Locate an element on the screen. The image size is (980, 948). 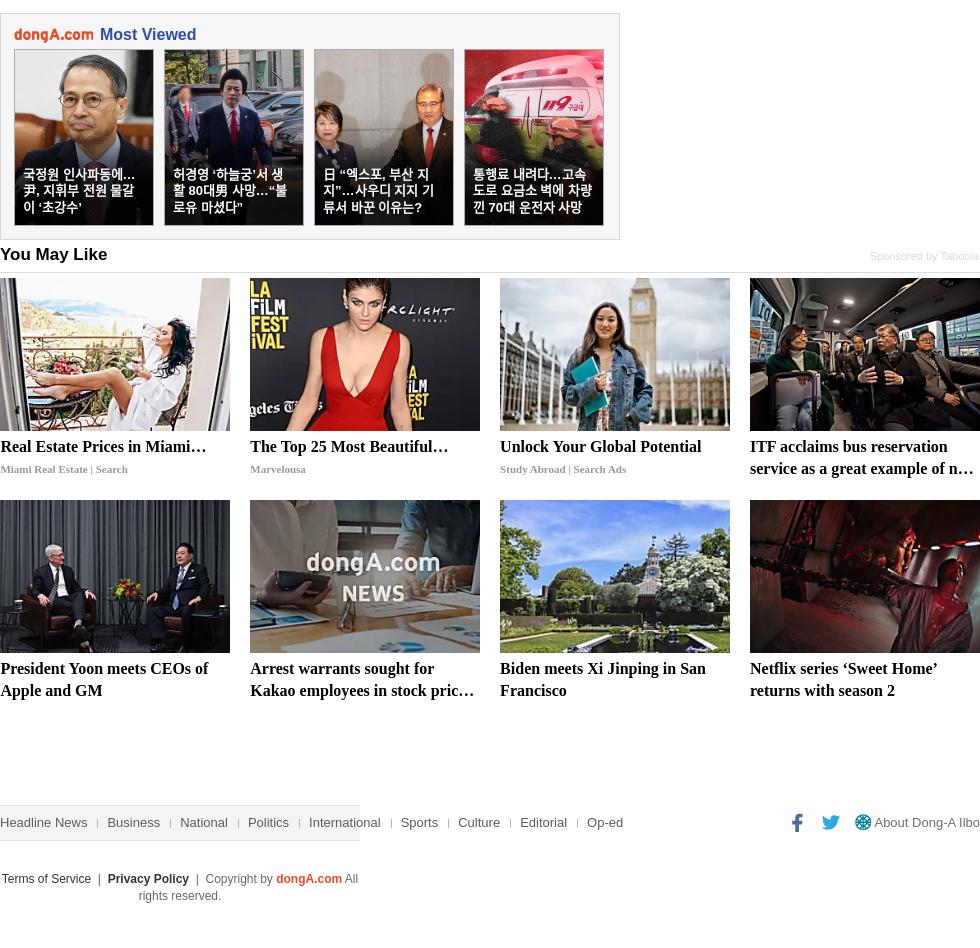
'Privacy Policy' is located at coordinates (147, 877).